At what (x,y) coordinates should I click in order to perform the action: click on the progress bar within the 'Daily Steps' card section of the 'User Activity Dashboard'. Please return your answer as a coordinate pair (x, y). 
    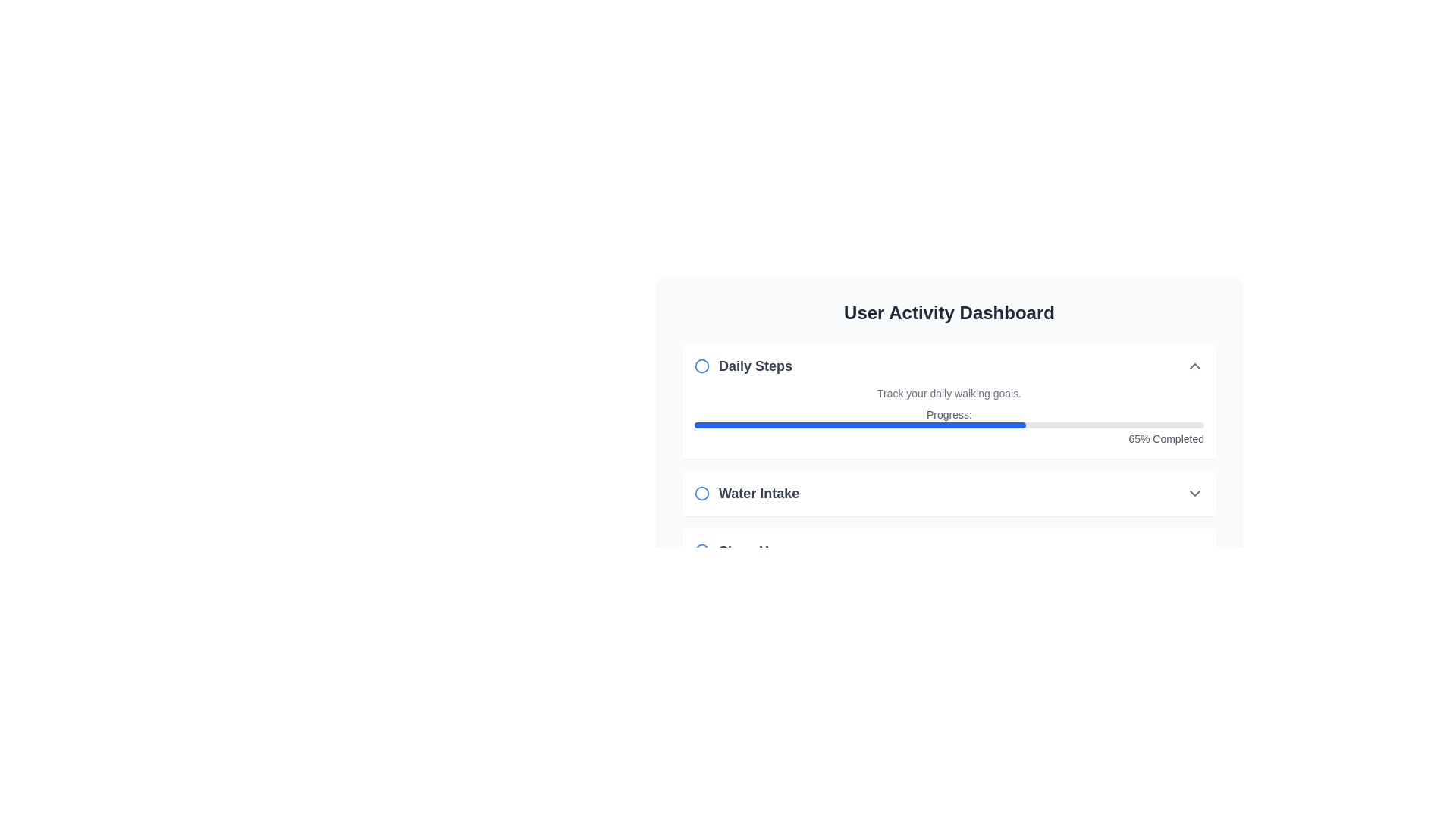
    Looking at the image, I should click on (949, 458).